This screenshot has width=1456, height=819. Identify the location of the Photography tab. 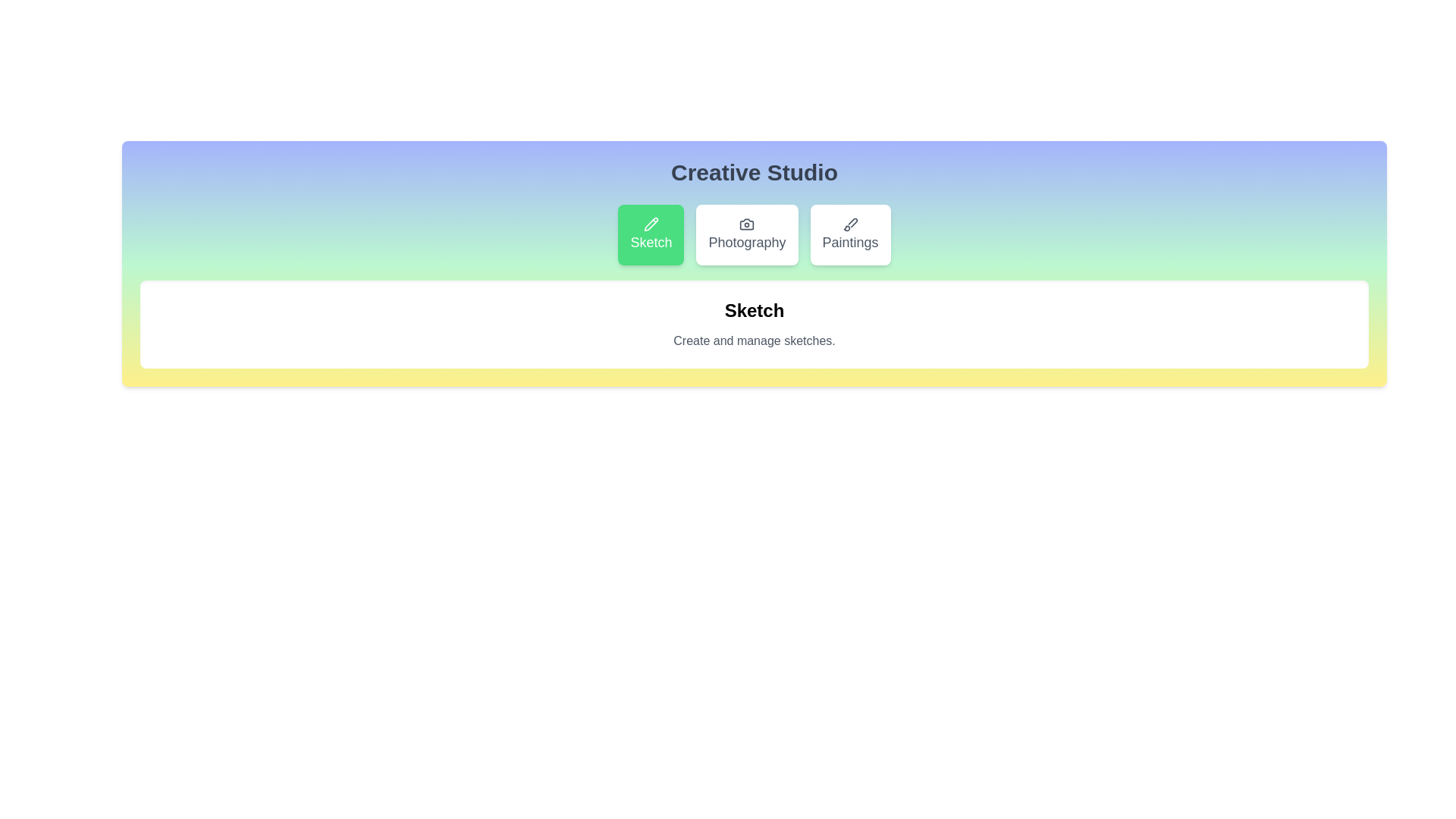
(747, 234).